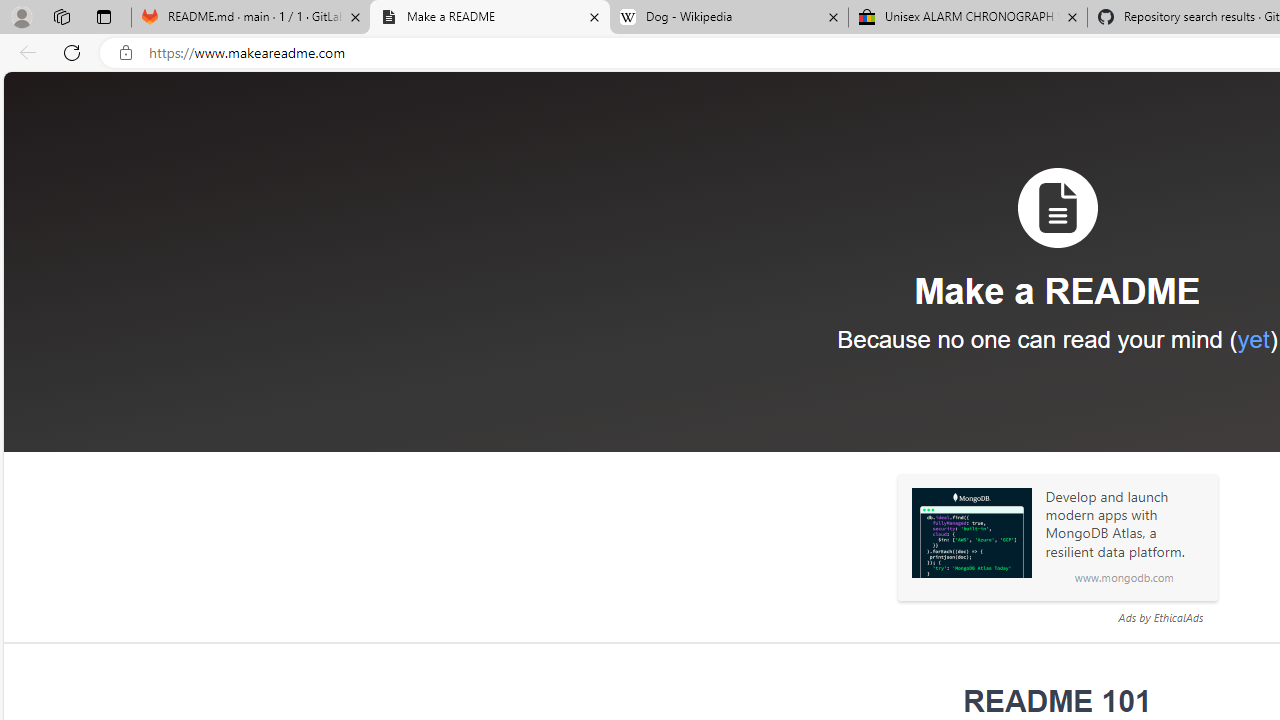 This screenshot has width=1280, height=720. Describe the element at coordinates (1252, 338) in the screenshot. I see `'yet'` at that location.